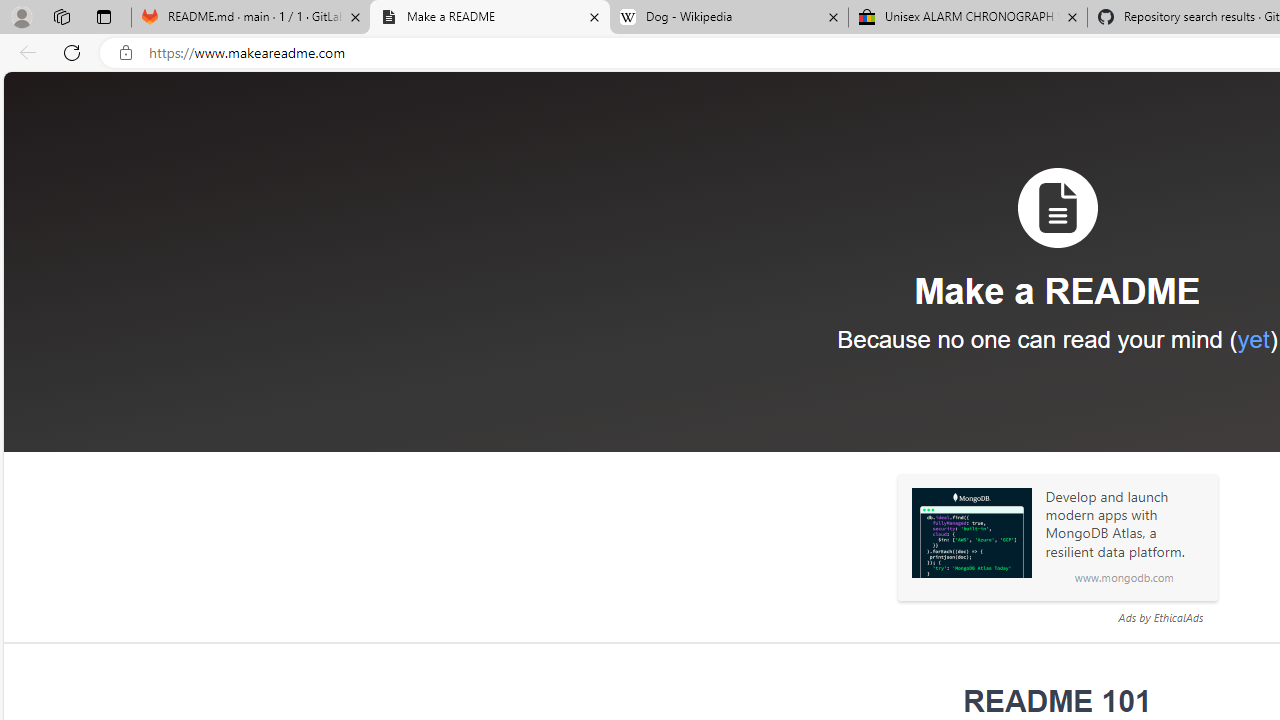 This screenshot has width=1280, height=720. Describe the element at coordinates (1252, 338) in the screenshot. I see `'yet'` at that location.